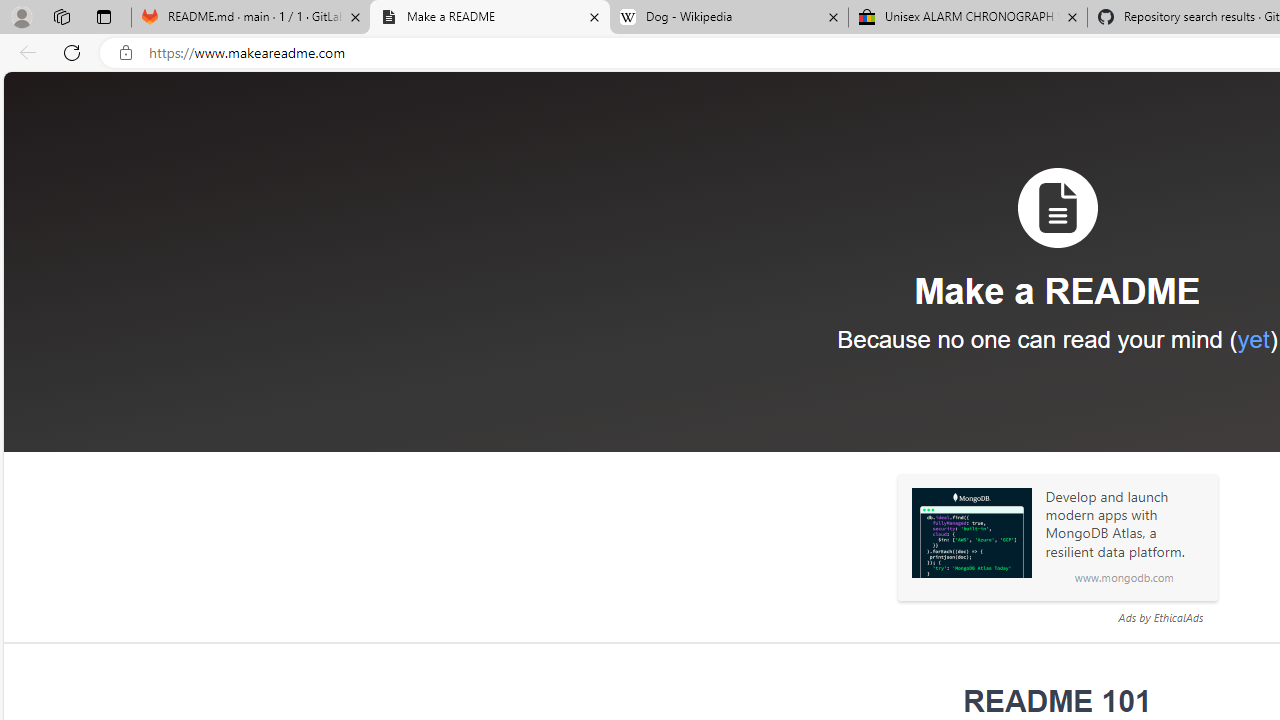 This screenshot has width=1280, height=720. Describe the element at coordinates (1252, 338) in the screenshot. I see `'yet'` at that location.